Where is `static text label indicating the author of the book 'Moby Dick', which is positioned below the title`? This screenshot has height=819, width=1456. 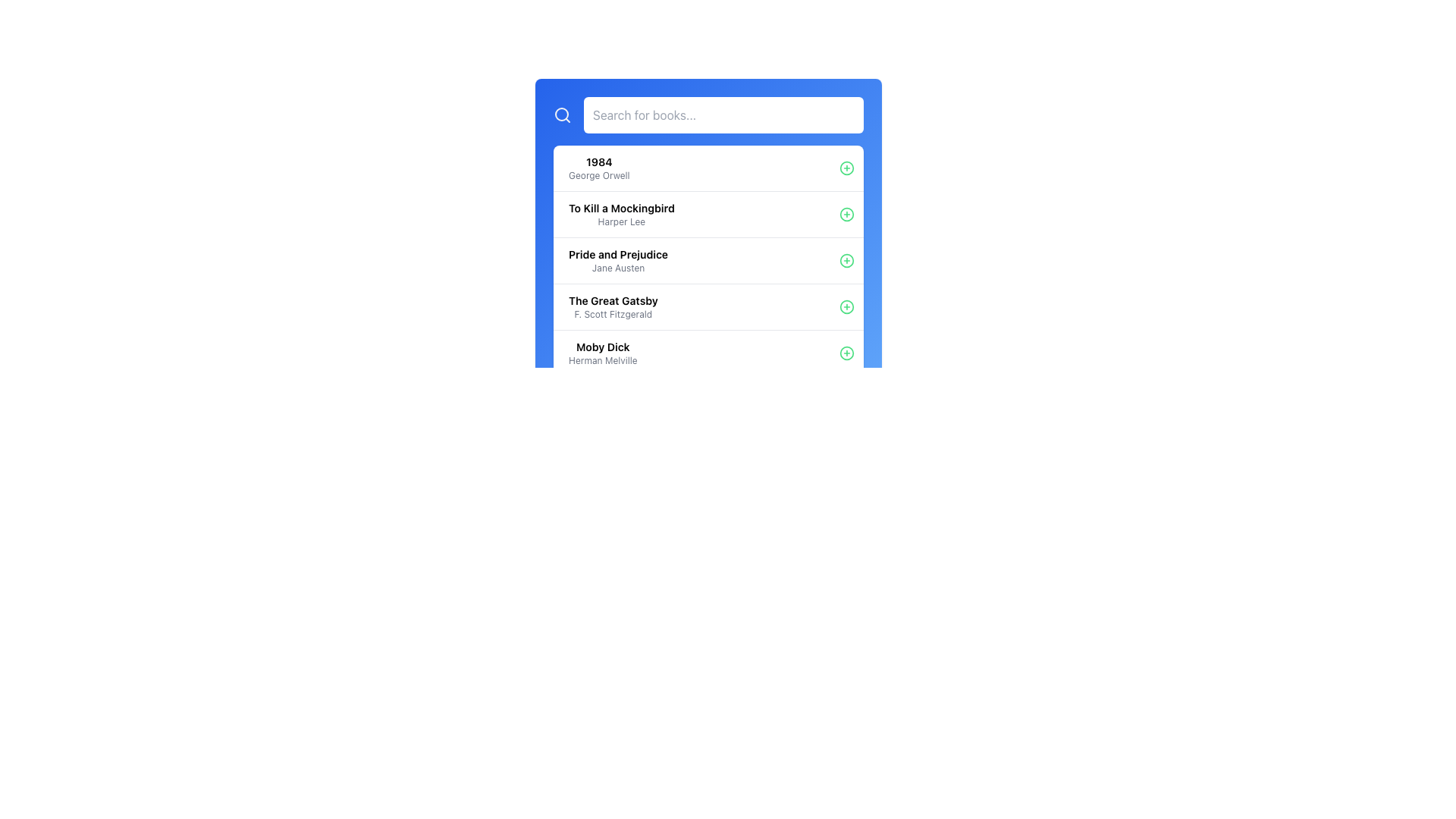
static text label indicating the author of the book 'Moby Dick', which is positioned below the title is located at coordinates (602, 360).